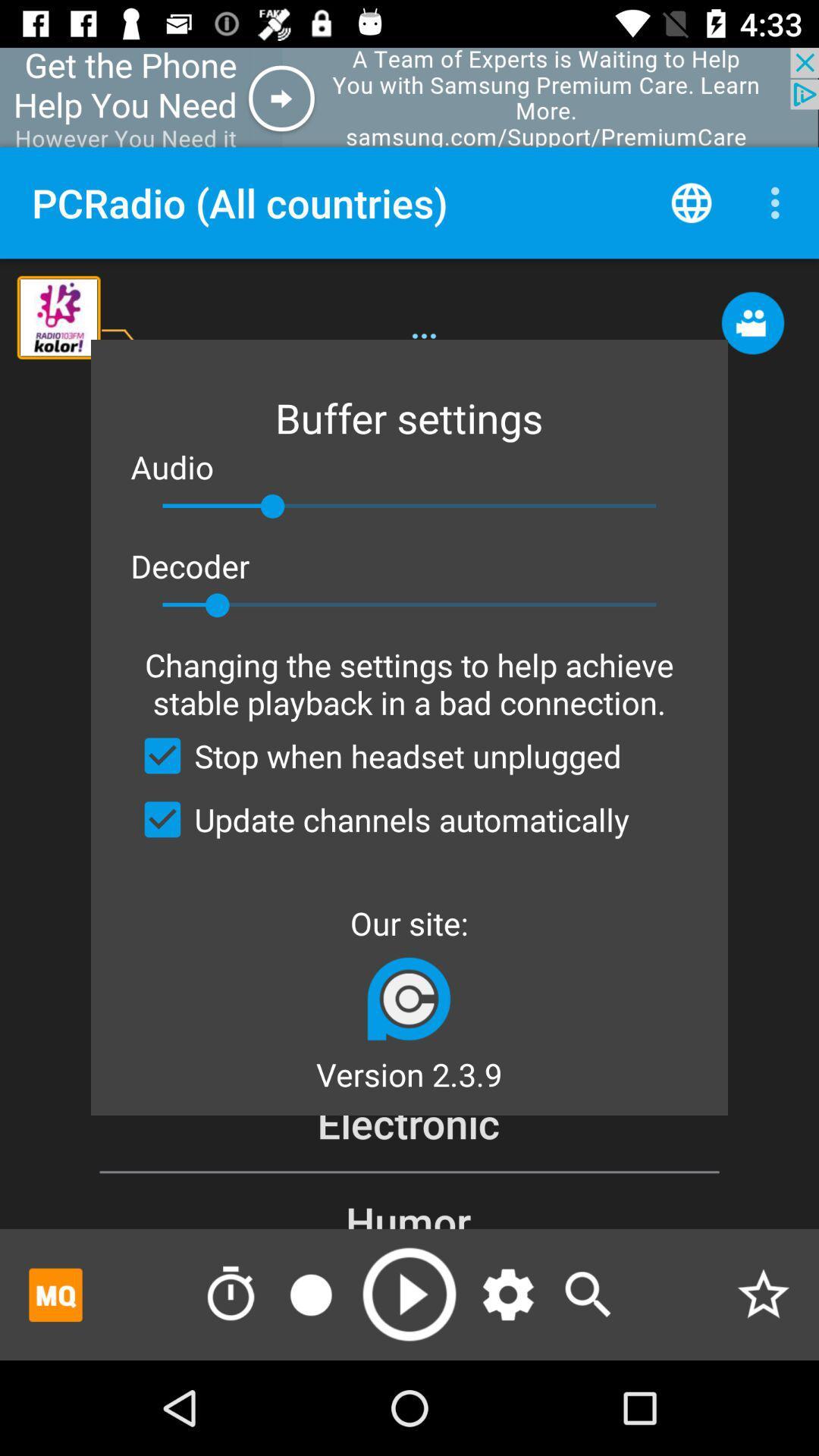 Image resolution: width=819 pixels, height=1456 pixels. Describe the element at coordinates (408, 998) in the screenshot. I see `link to app 's website` at that location.